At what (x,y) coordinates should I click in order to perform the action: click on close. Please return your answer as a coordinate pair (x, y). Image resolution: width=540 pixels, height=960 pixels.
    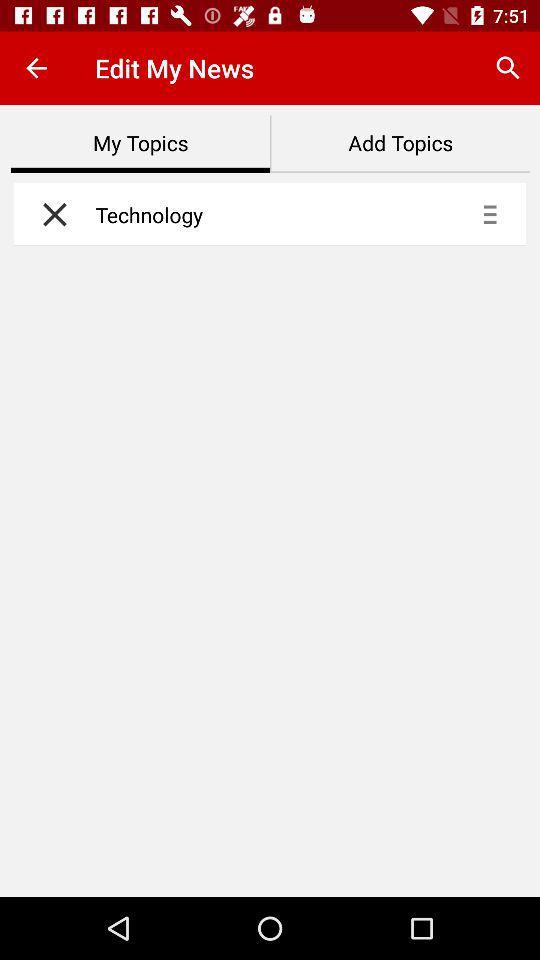
    Looking at the image, I should click on (49, 214).